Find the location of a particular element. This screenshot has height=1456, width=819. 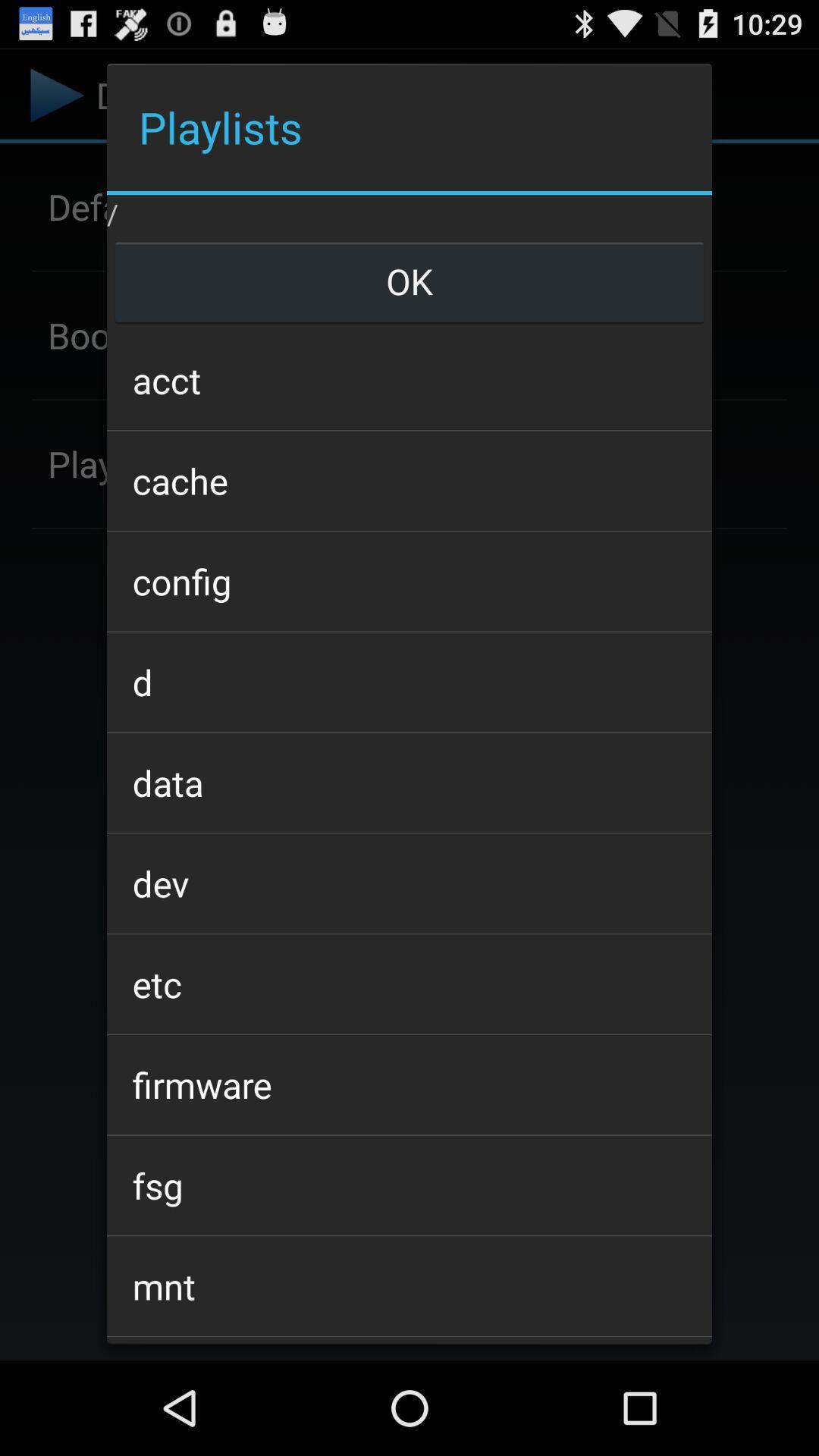

the cache icon is located at coordinates (409, 480).